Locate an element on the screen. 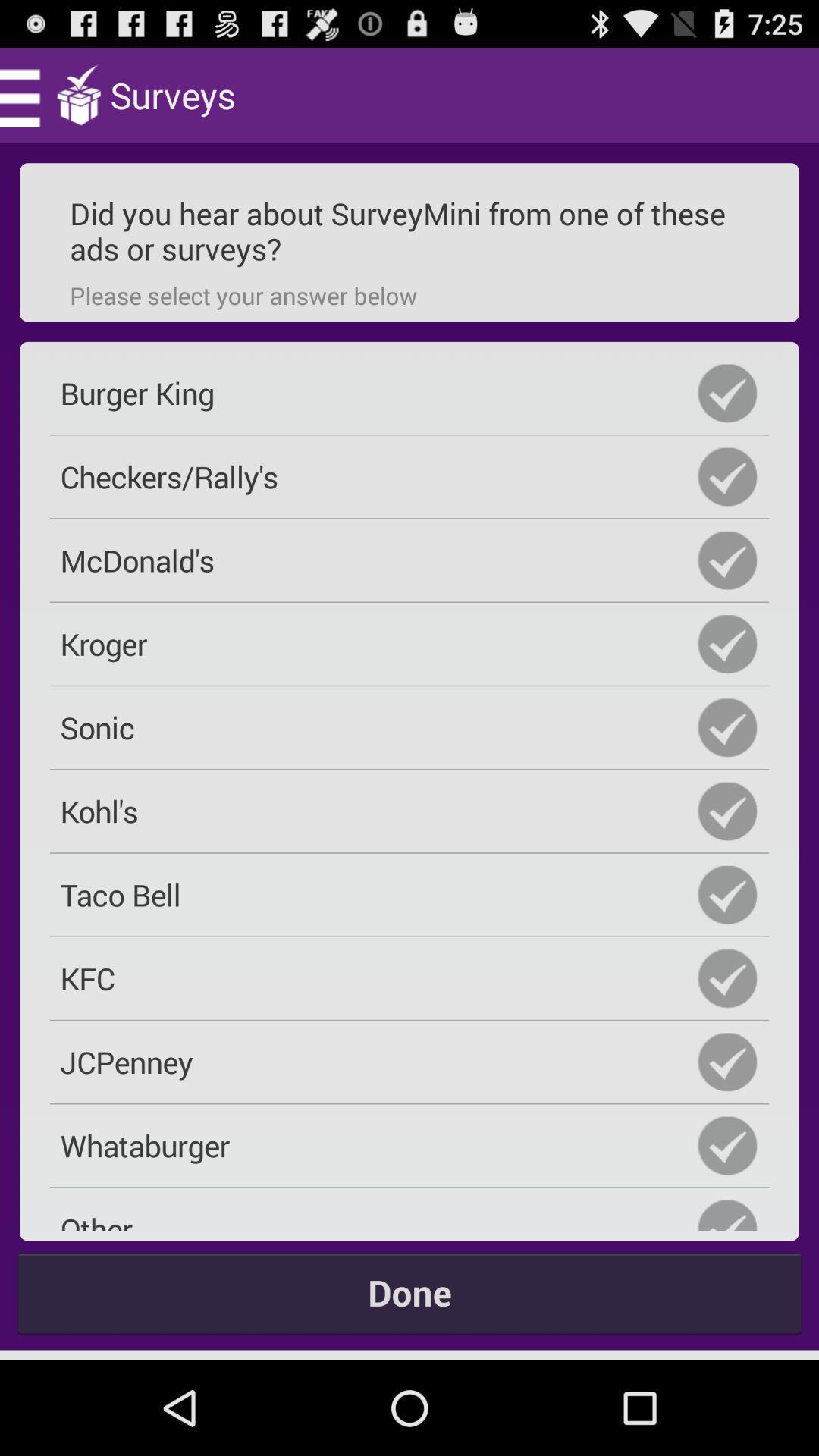 Image resolution: width=819 pixels, height=1456 pixels. whataburger is located at coordinates (409, 1145).